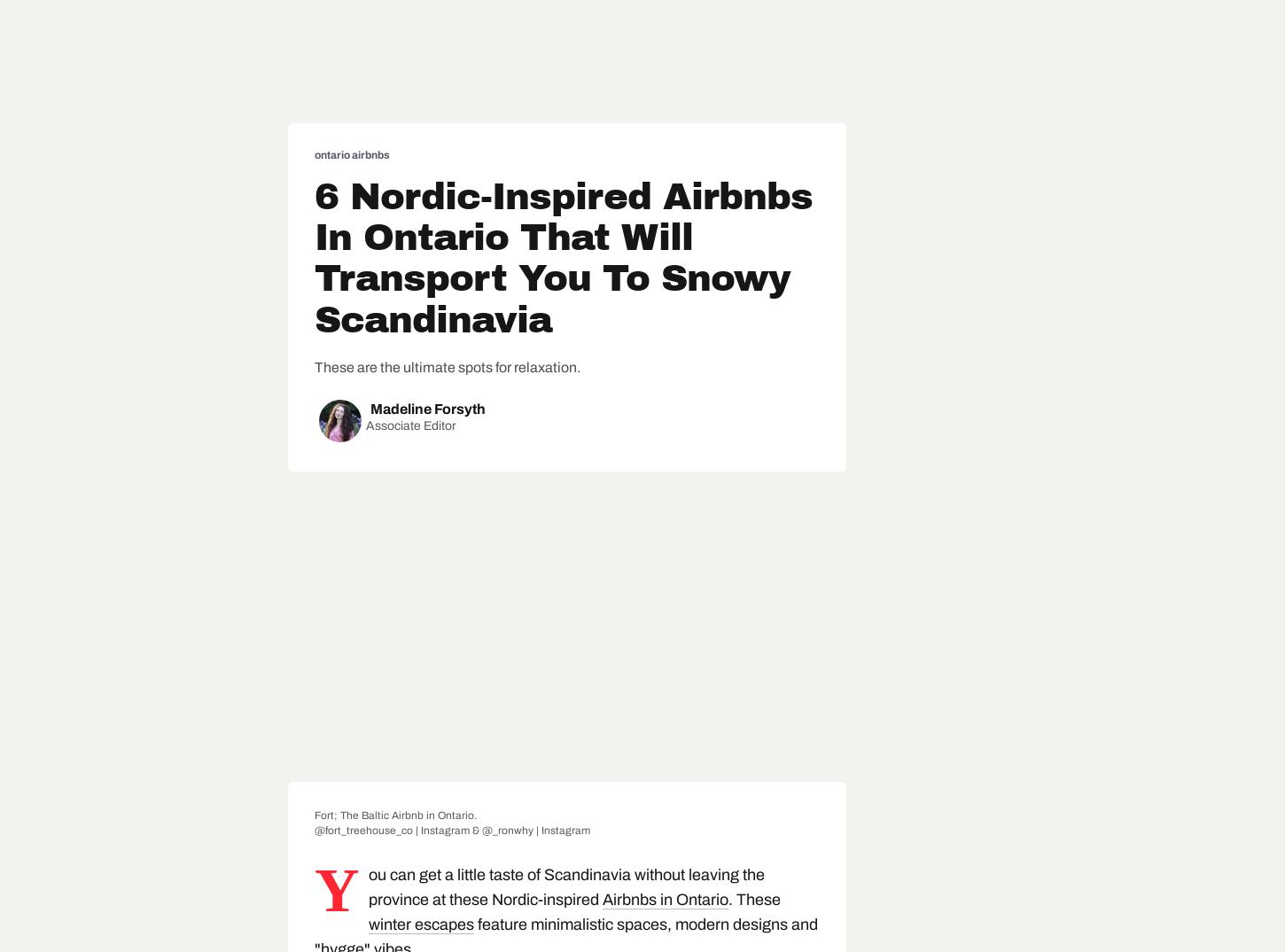 This screenshot has height=952, width=1285. Describe the element at coordinates (410, 425) in the screenshot. I see `'Associate Editor'` at that location.